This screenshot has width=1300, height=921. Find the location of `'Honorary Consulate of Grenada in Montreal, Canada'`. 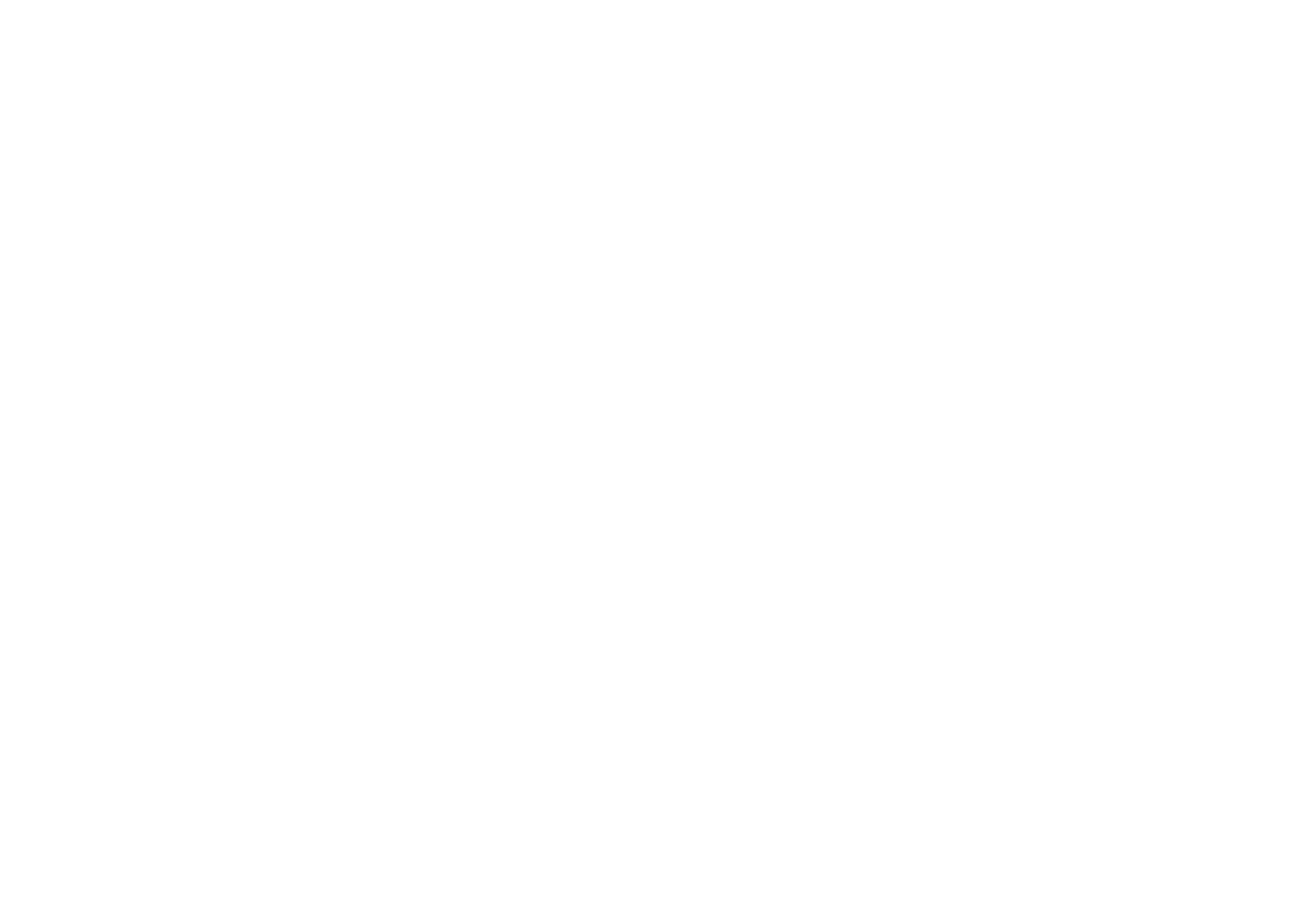

'Honorary Consulate of Grenada in Montreal, Canada' is located at coordinates (395, 768).